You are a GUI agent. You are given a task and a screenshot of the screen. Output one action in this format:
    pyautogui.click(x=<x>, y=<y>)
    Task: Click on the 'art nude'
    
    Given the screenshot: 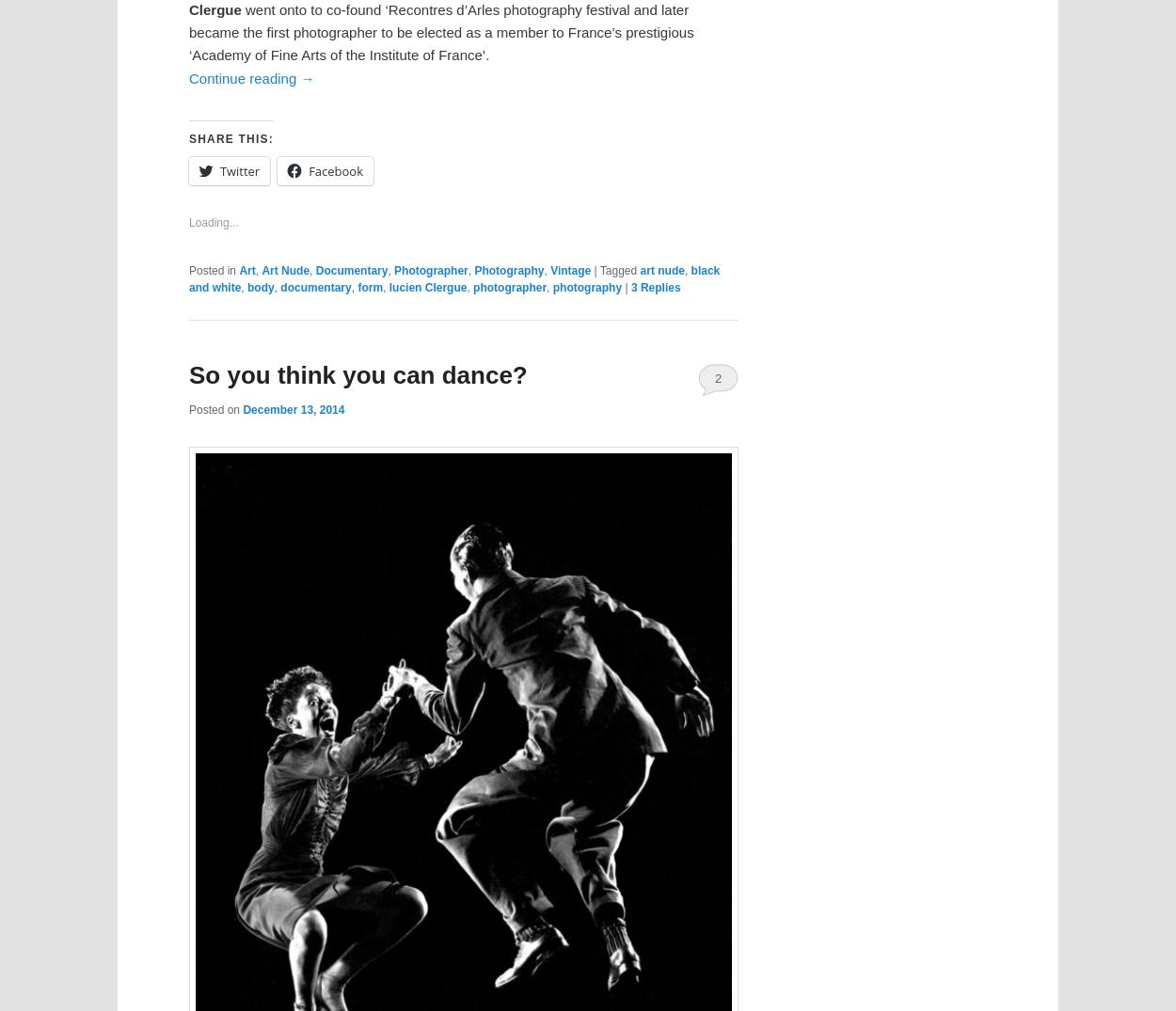 What is the action you would take?
    pyautogui.click(x=660, y=270)
    